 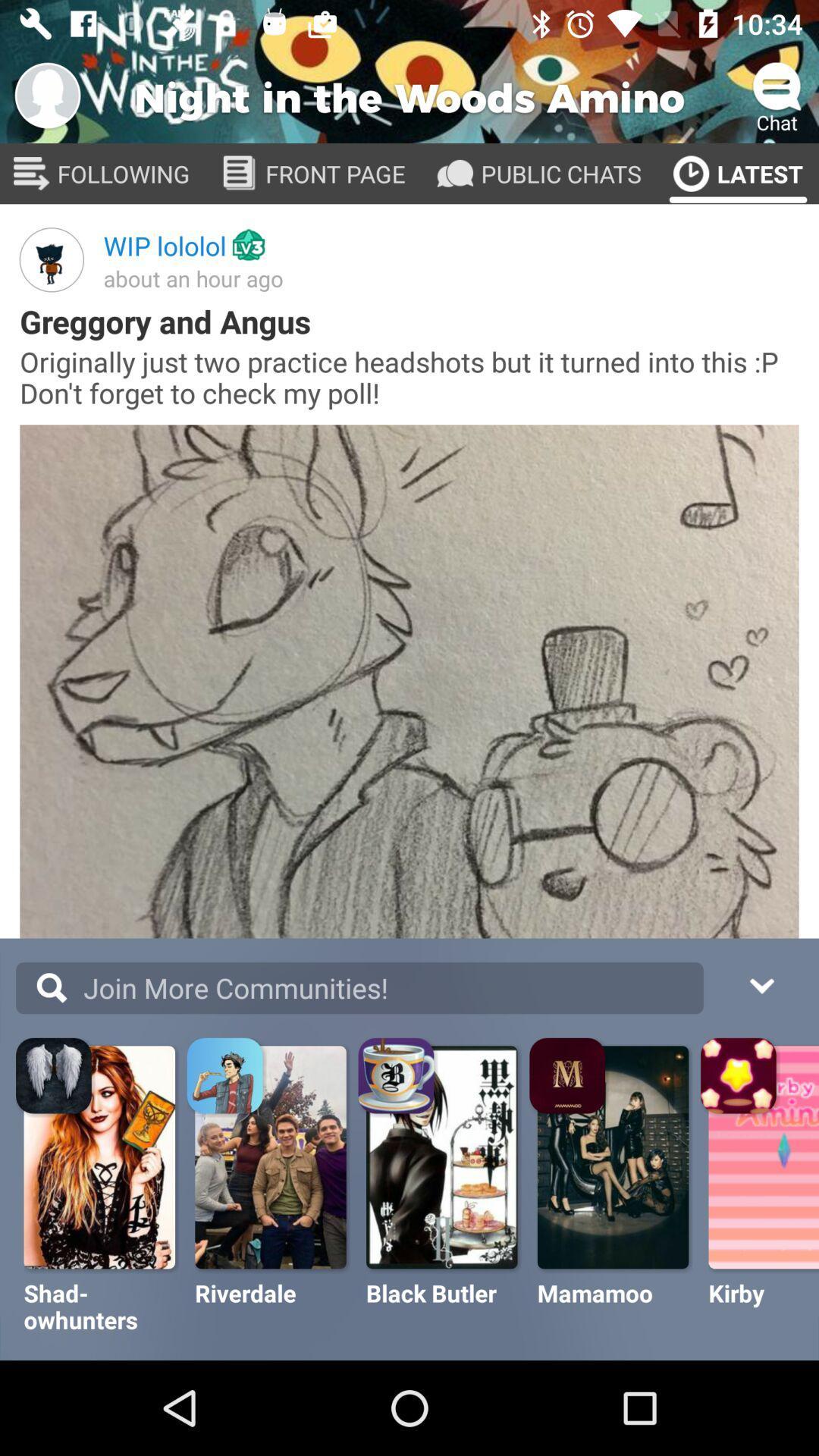 I want to click on the expand_more icon, so click(x=761, y=984).